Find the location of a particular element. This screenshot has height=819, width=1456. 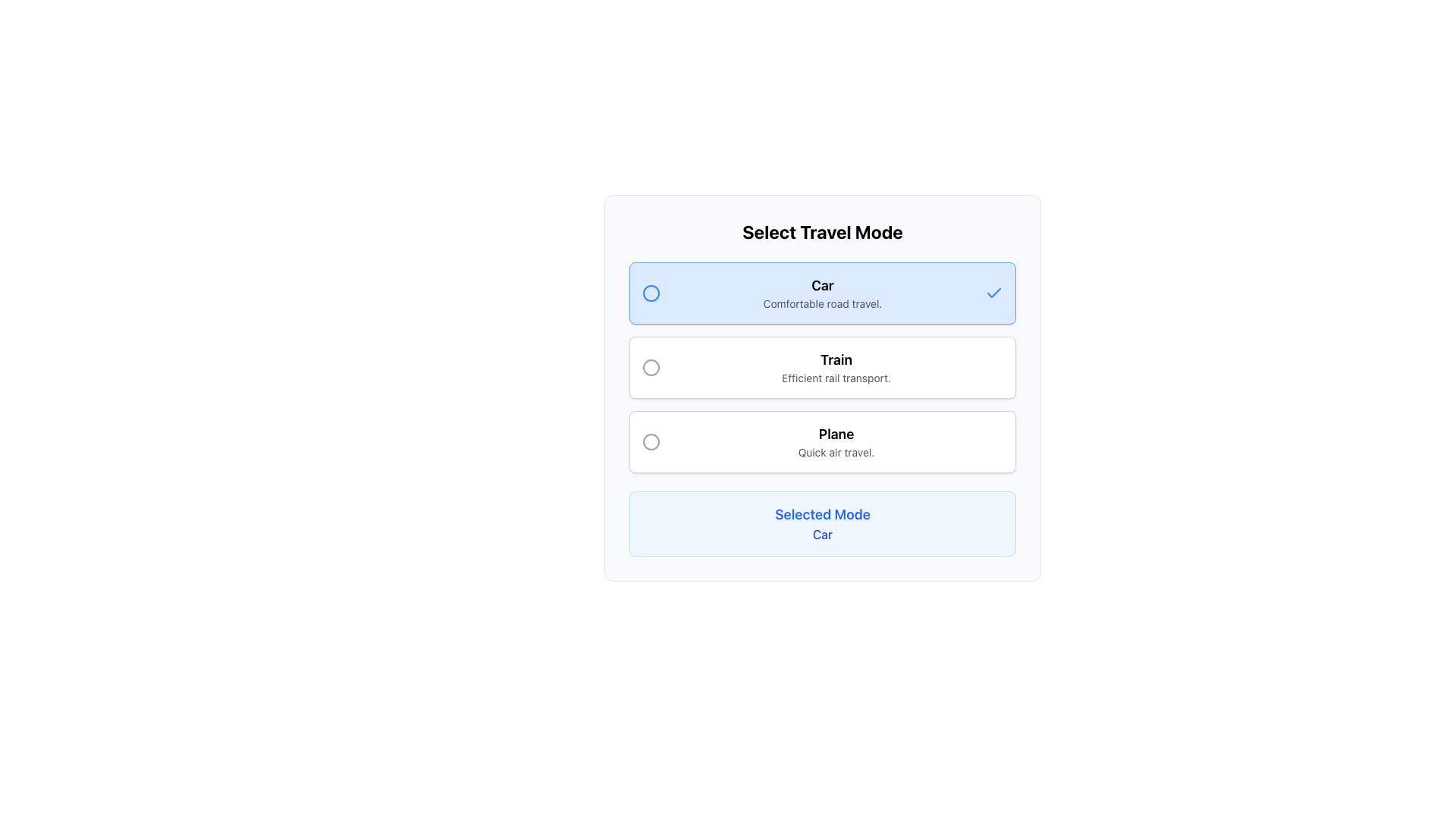

the circular radio button indicator is located at coordinates (651, 368).